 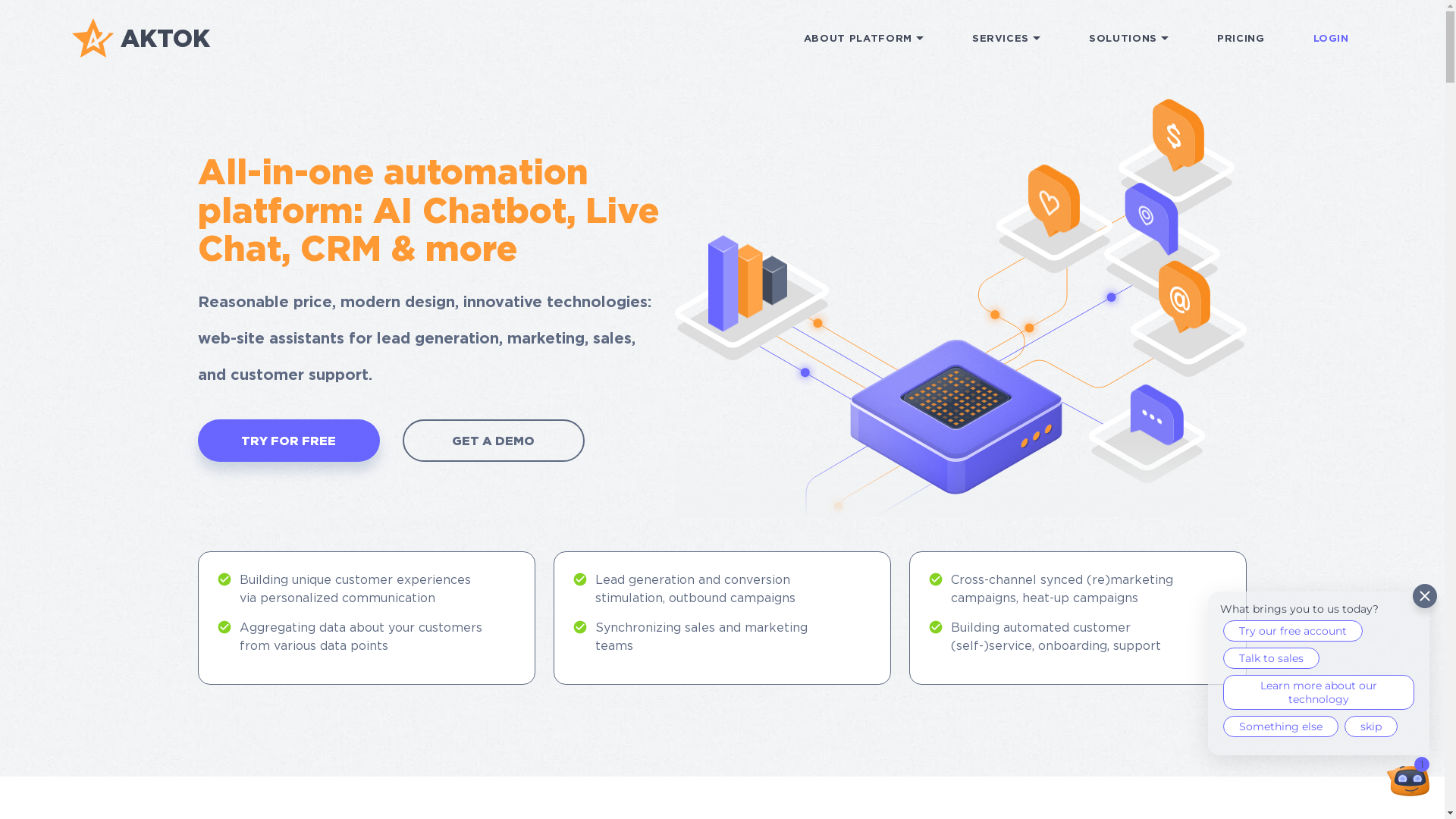 I want to click on 'Talk to sales', so click(x=1271, y=657).